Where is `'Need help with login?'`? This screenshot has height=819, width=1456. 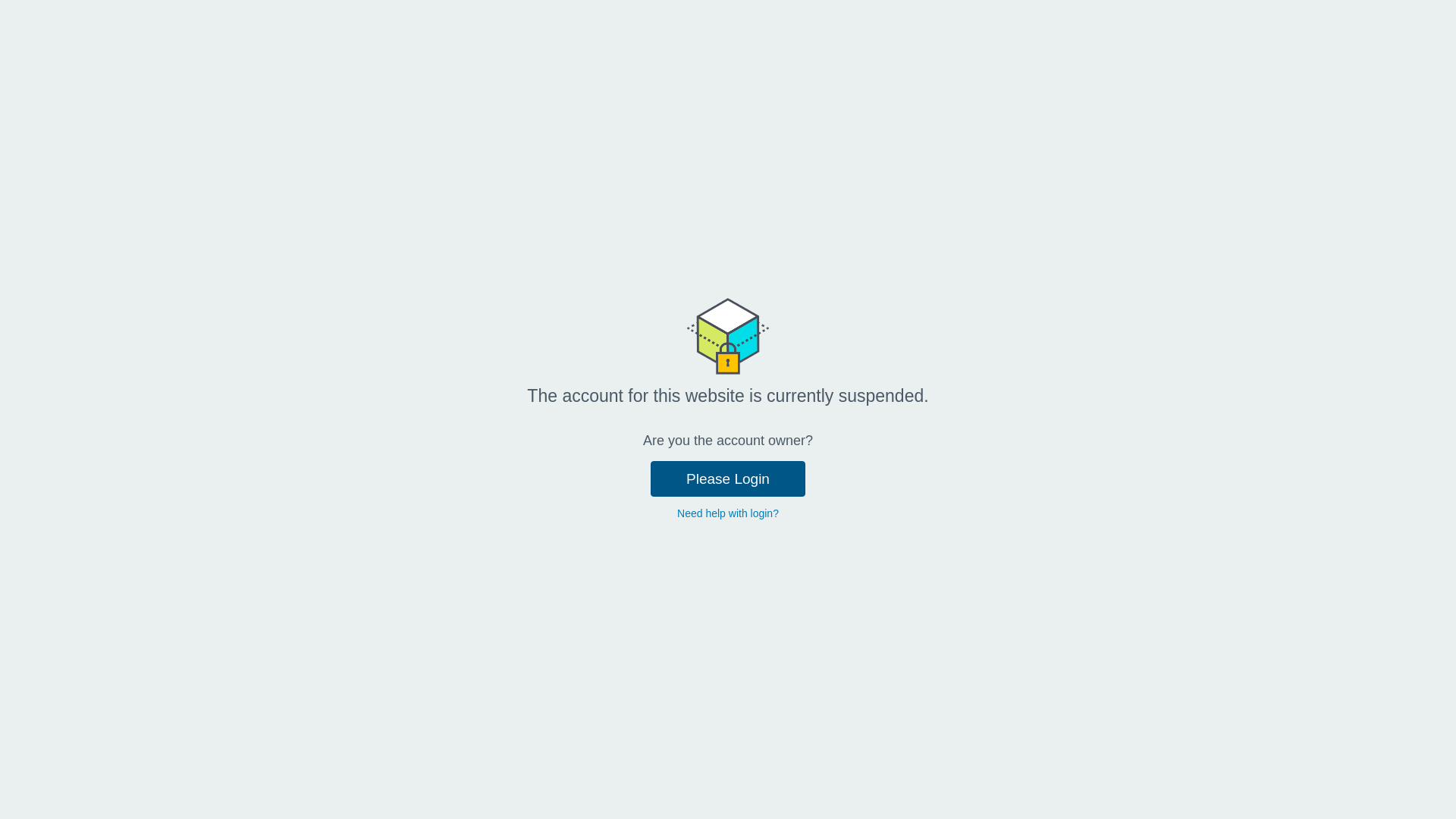 'Need help with login?' is located at coordinates (728, 513).